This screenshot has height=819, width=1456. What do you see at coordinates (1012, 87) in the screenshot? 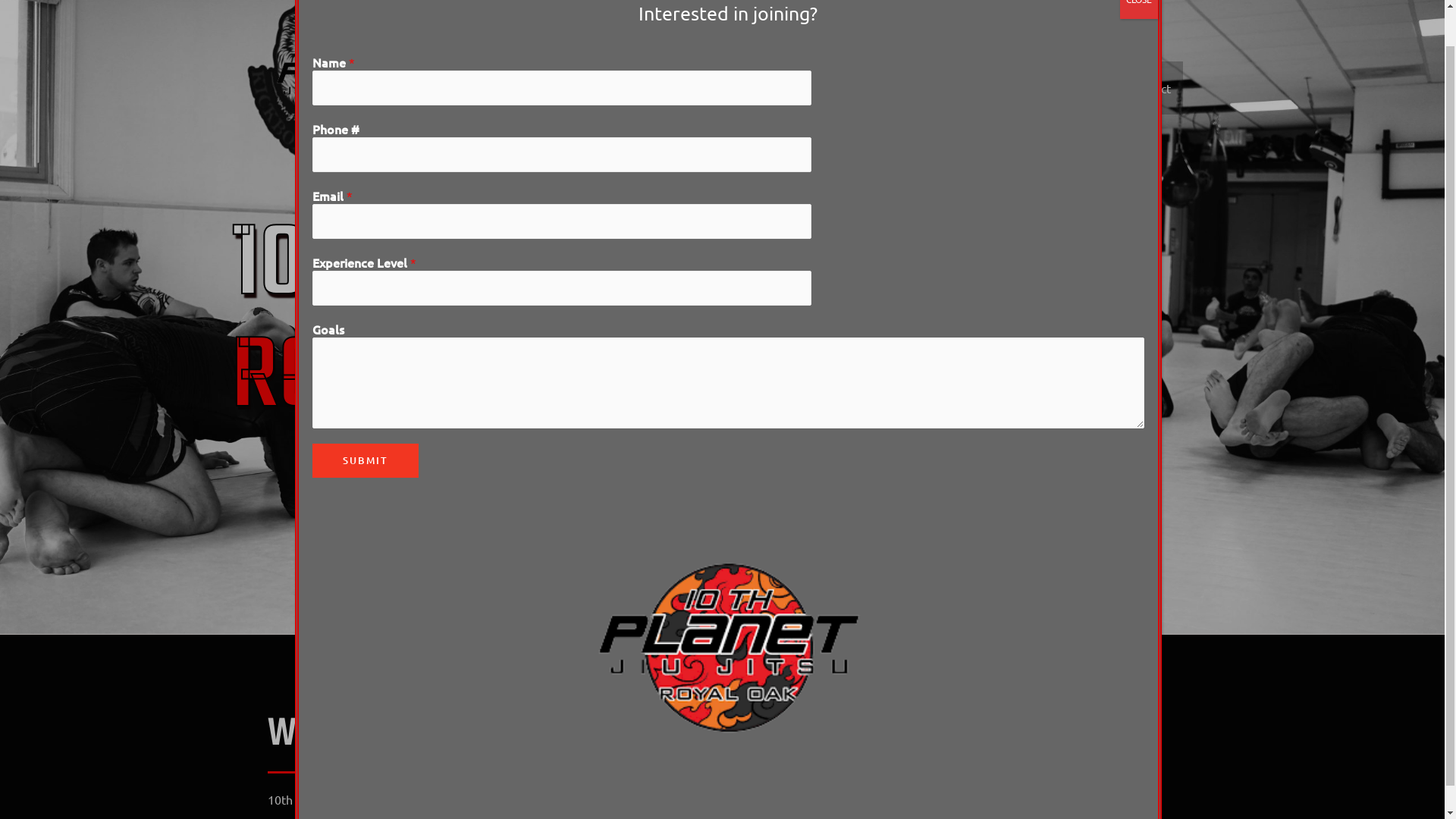
I see `'Gallery'` at bounding box center [1012, 87].